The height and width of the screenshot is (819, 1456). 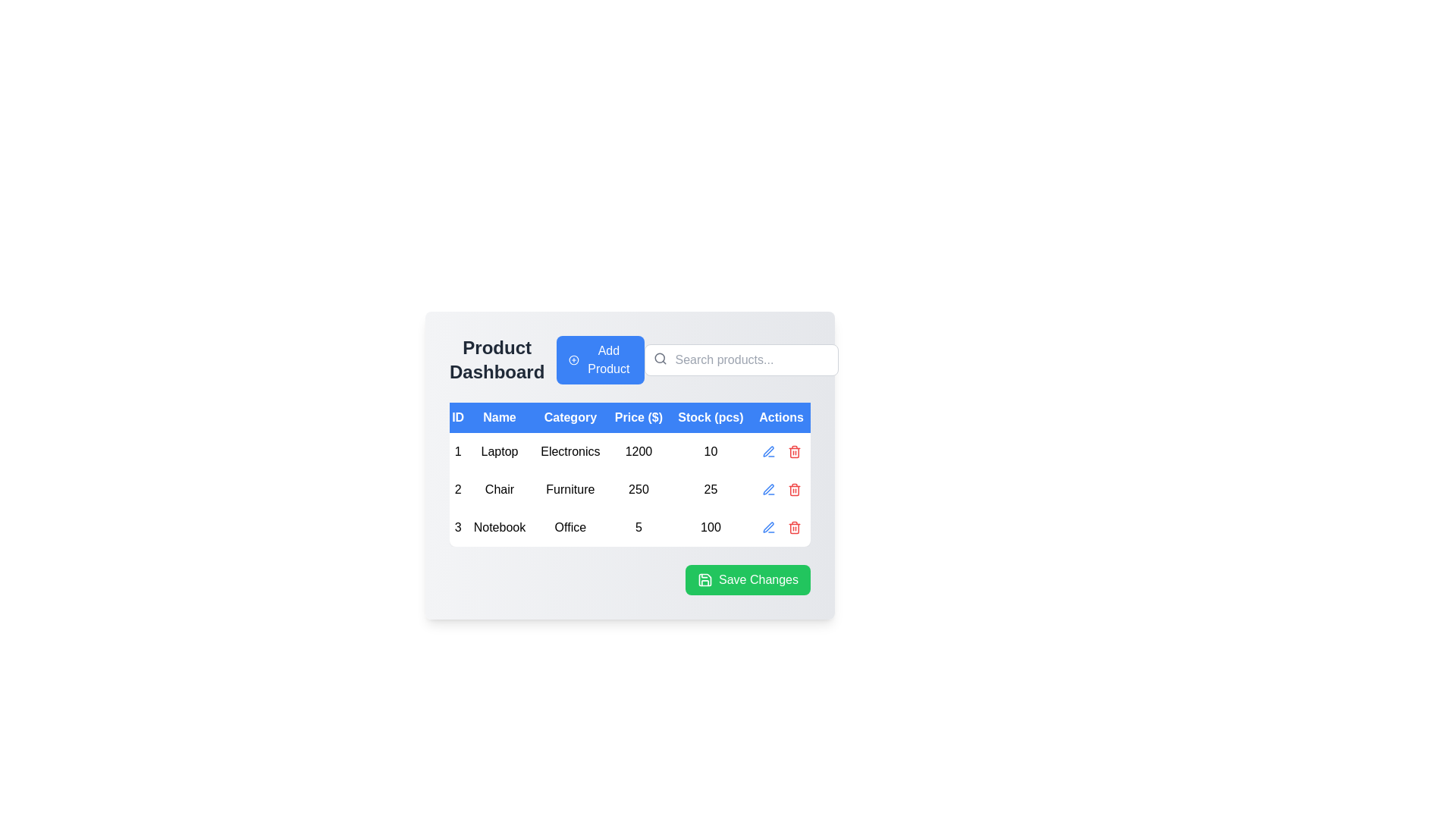 What do you see at coordinates (781, 489) in the screenshot?
I see `the decorative layout spacer located in the rightmost cell of the second row under the 'Actions' column, which separates the 'edit' and 'delete' icons` at bounding box center [781, 489].